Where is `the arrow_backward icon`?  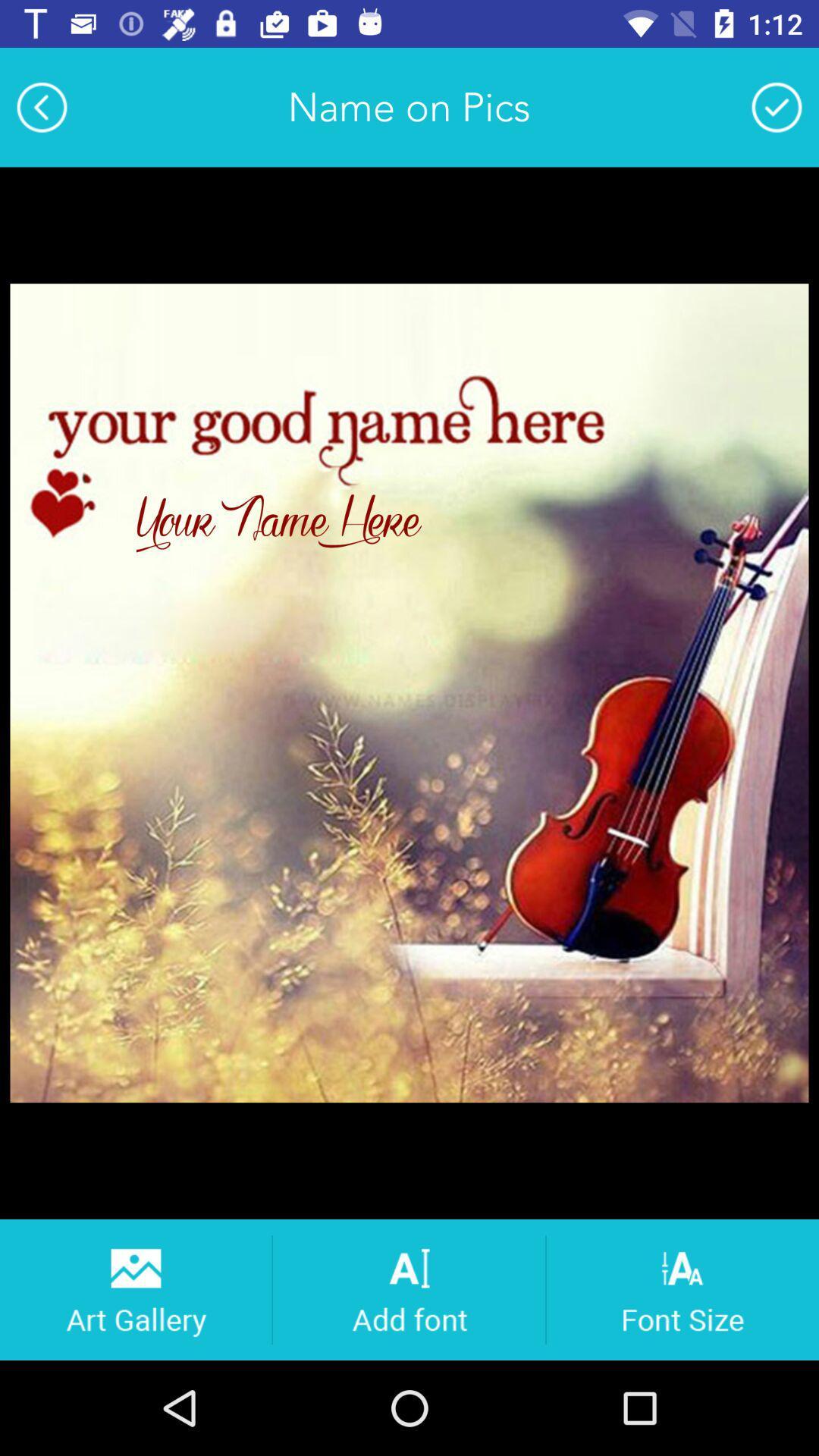 the arrow_backward icon is located at coordinates (41, 106).